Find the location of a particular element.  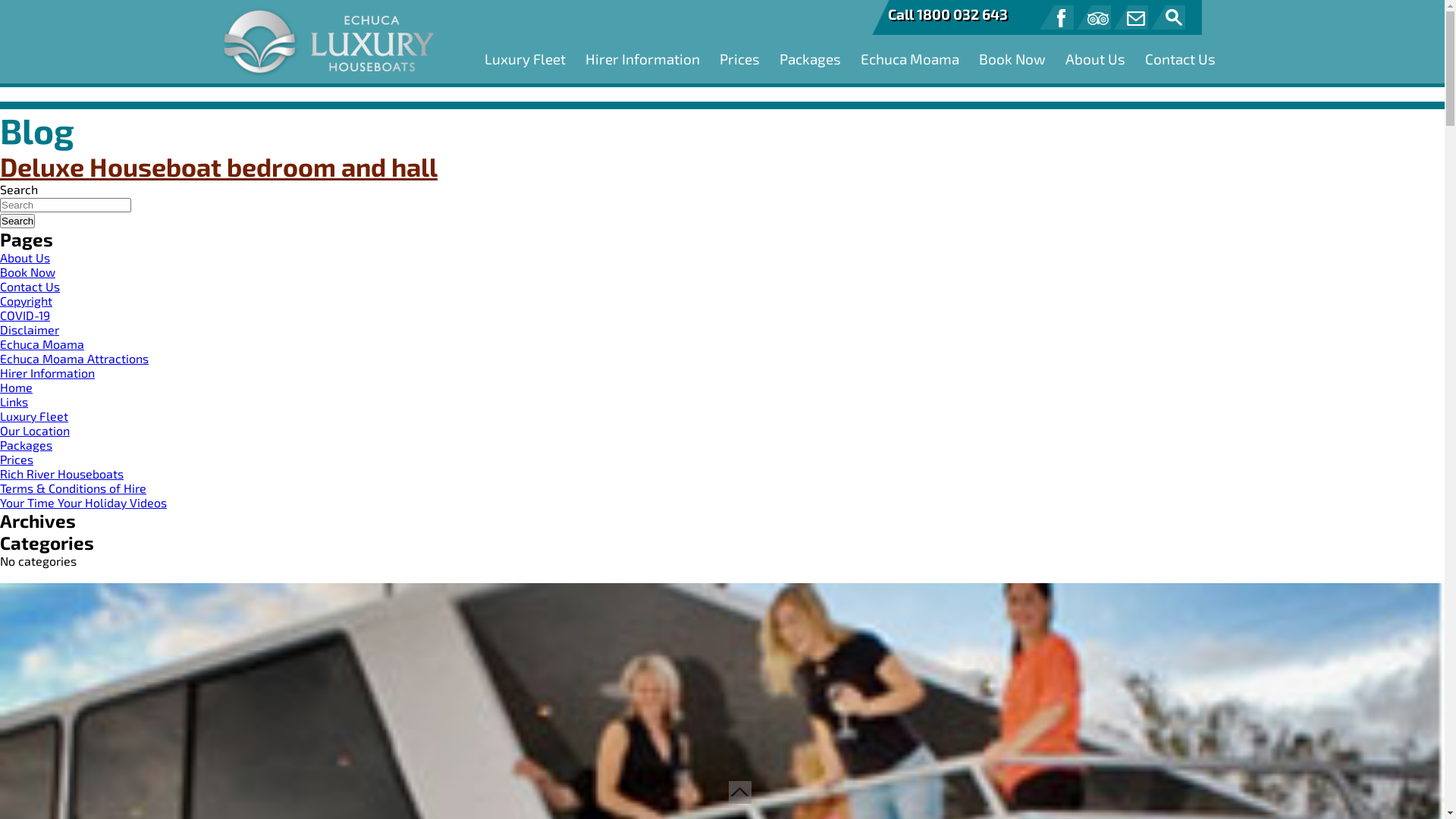

'COVID-19' is located at coordinates (25, 314).